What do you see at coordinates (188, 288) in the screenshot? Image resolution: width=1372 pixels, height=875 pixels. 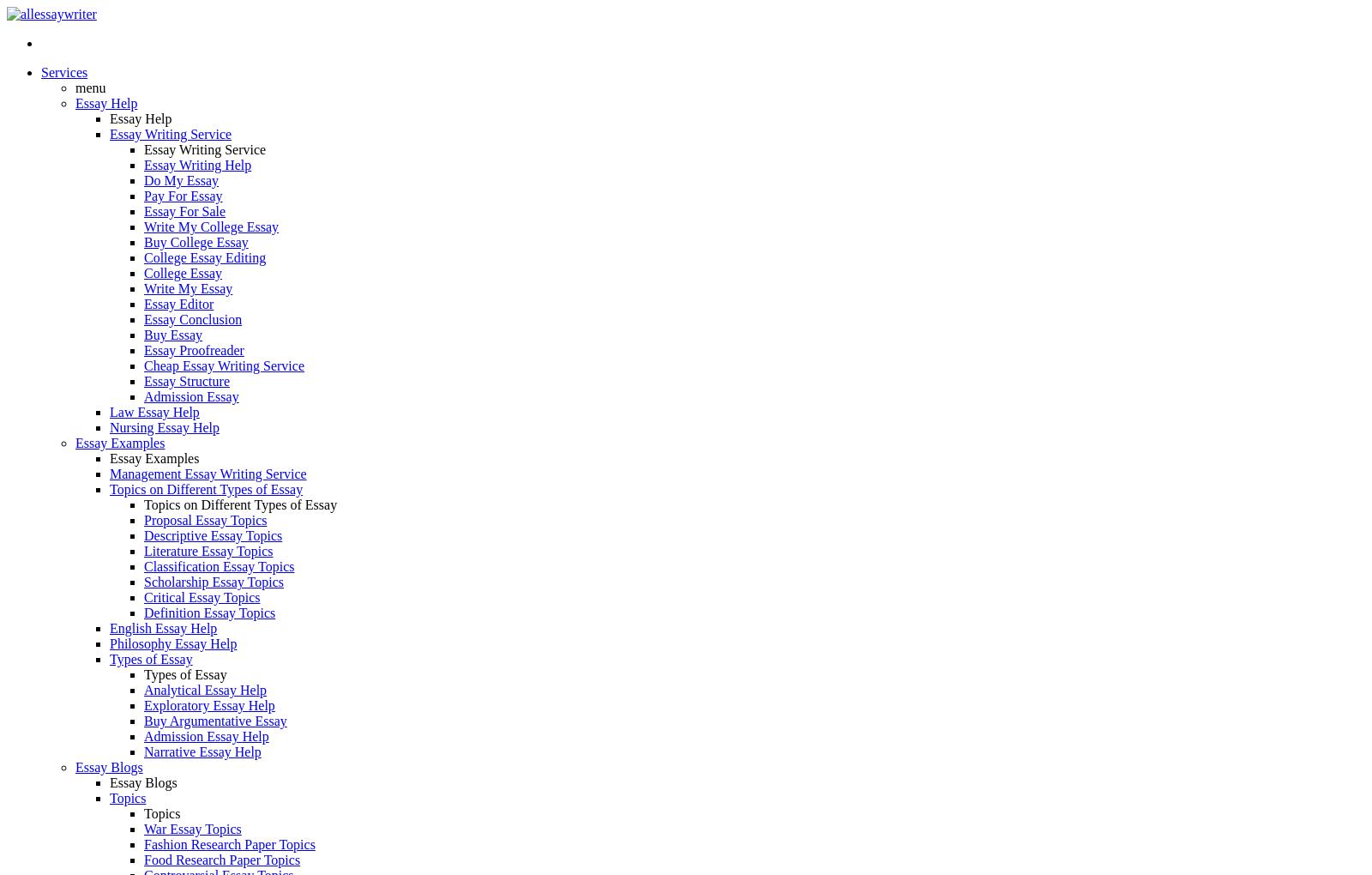 I see `'Write My Essay'` at bounding box center [188, 288].